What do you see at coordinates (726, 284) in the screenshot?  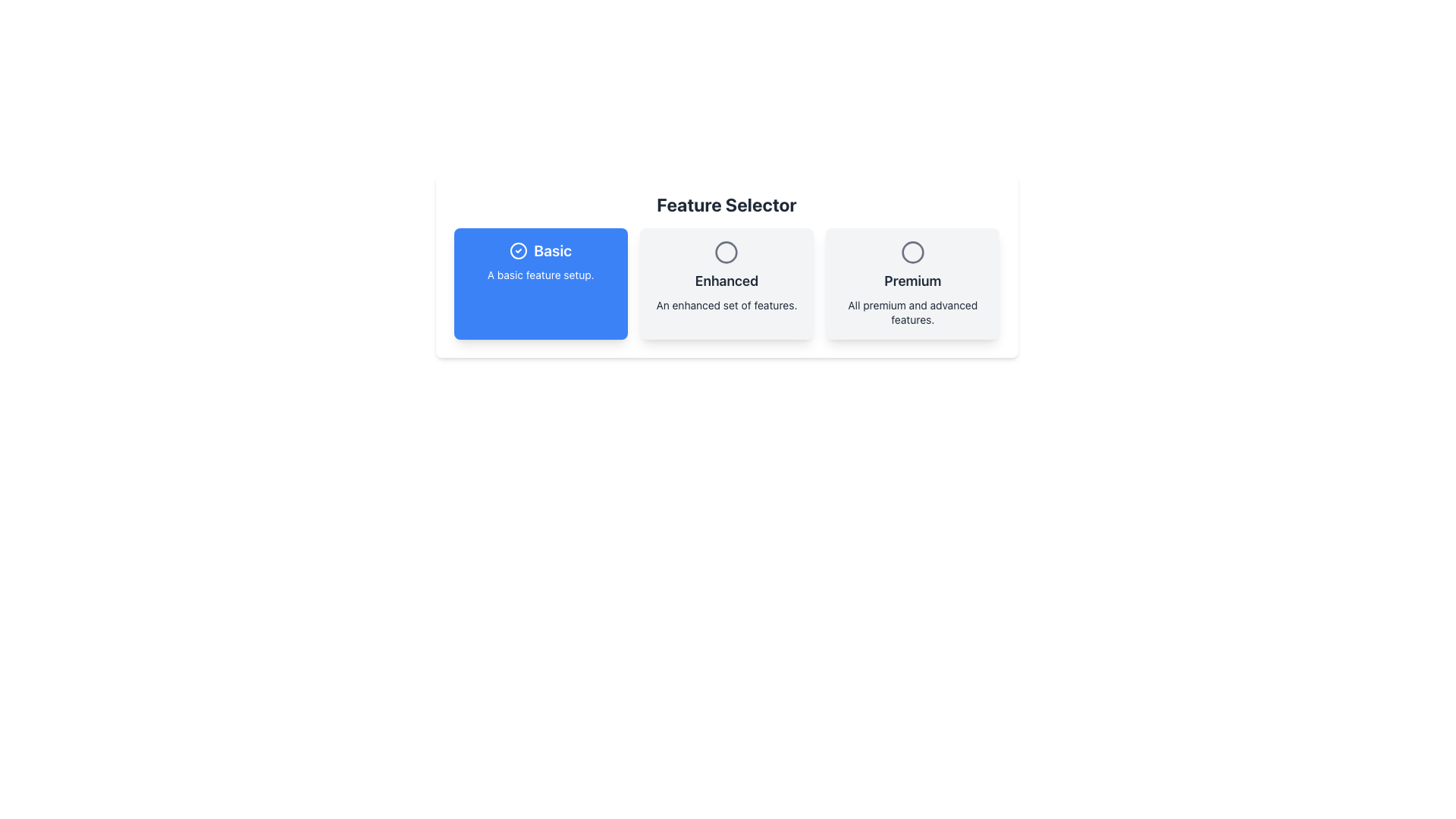 I see `the middle option 'Enhanced' in the Interactive selection grid located under the title 'Feature Selector'` at bounding box center [726, 284].